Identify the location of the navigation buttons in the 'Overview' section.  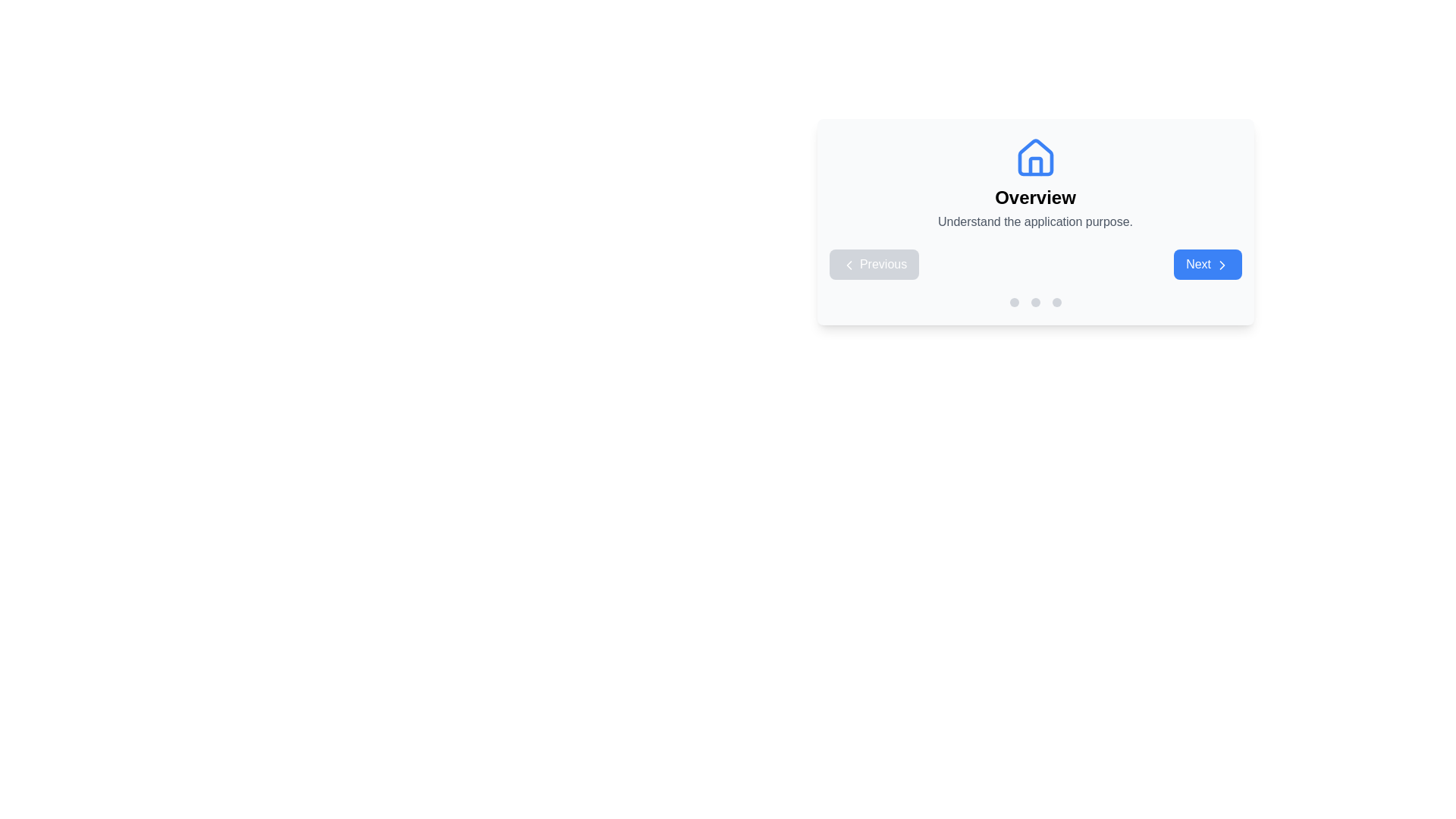
(1034, 263).